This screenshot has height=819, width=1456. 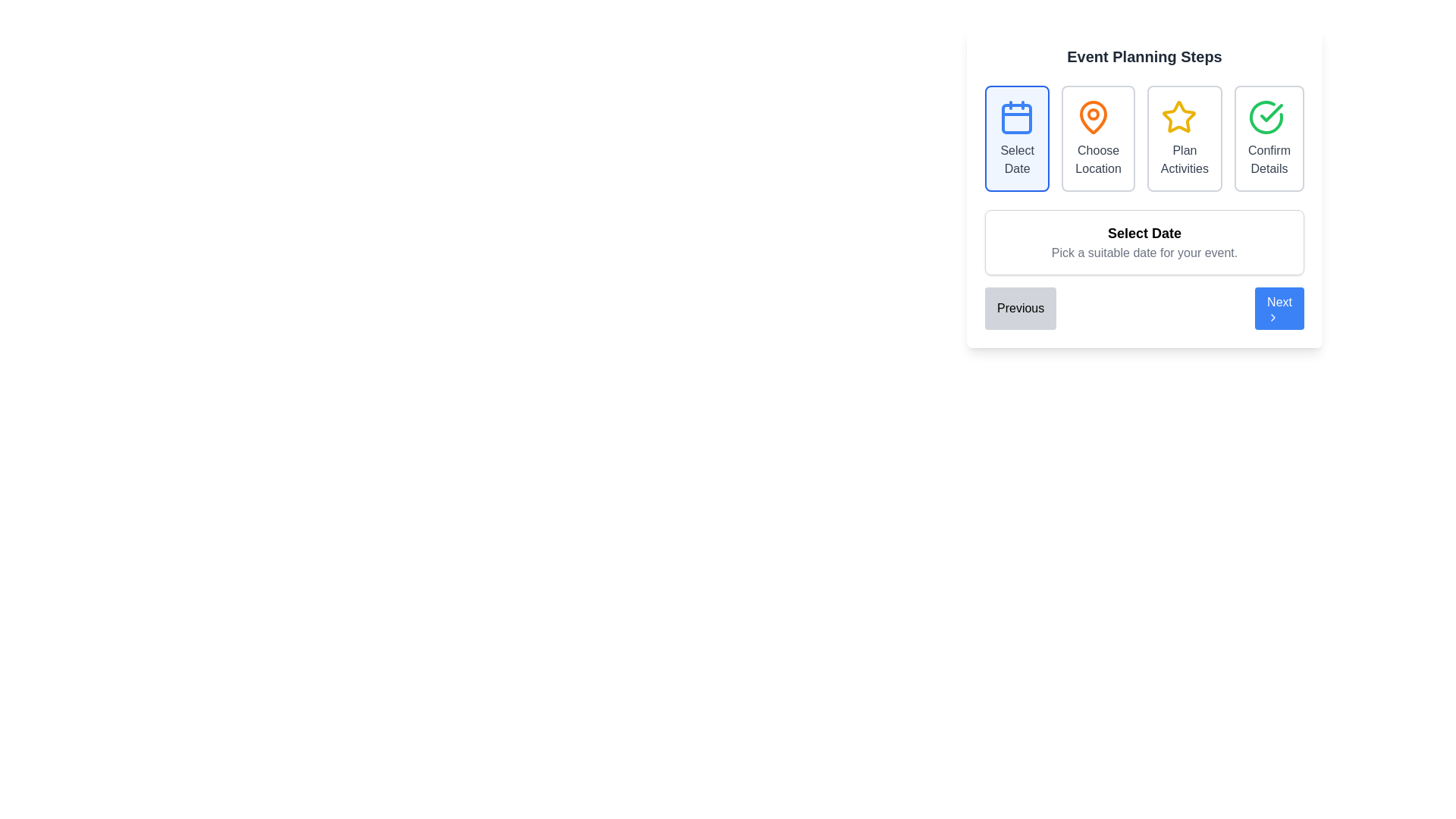 I want to click on the text label that provides instructions for selecting a date, located below the 'Select Date' header, so click(x=1144, y=253).